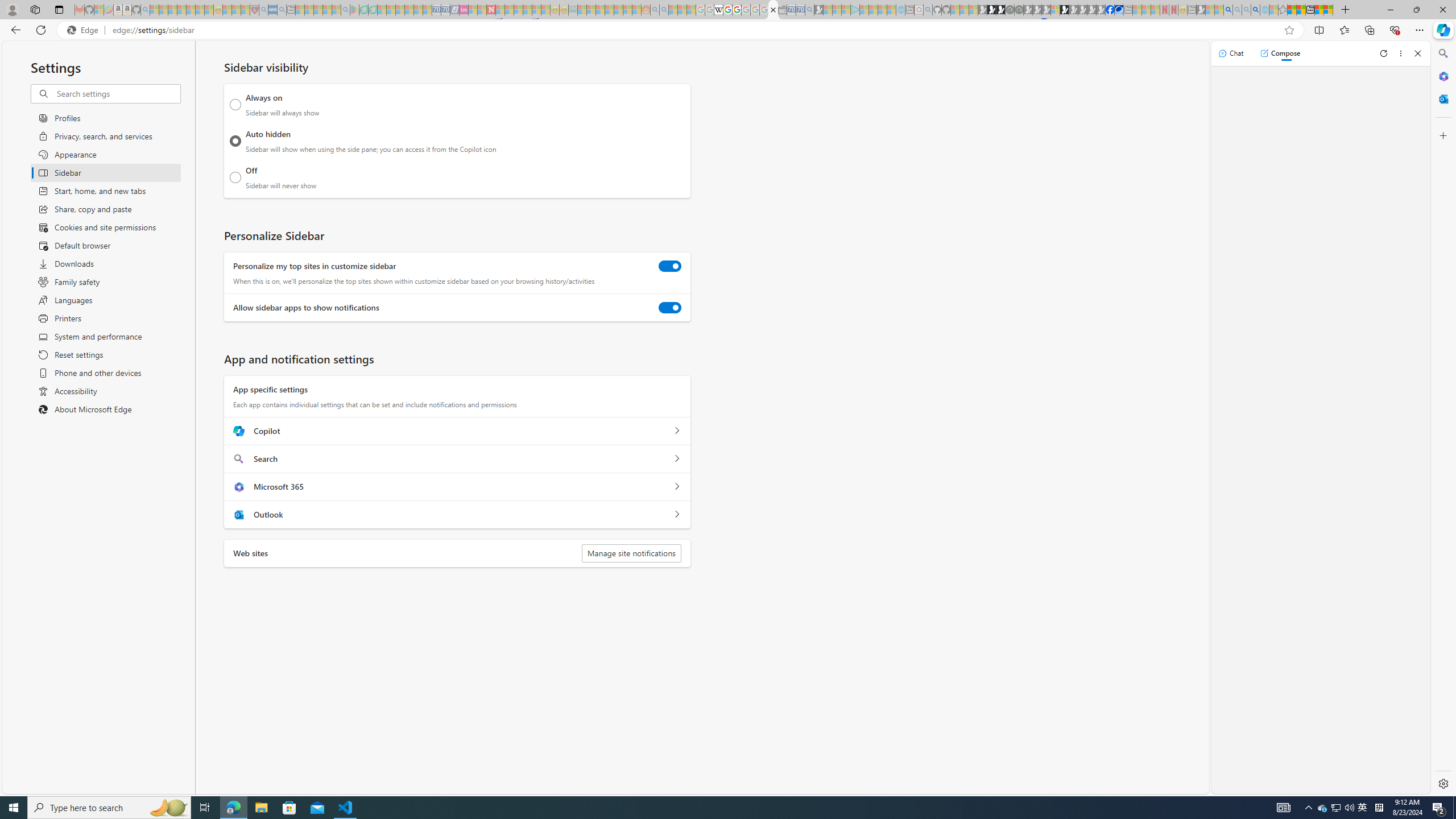 This screenshot has height=819, width=1456. Describe the element at coordinates (235, 177) in the screenshot. I see `'Off Sidebar will never show'` at that location.